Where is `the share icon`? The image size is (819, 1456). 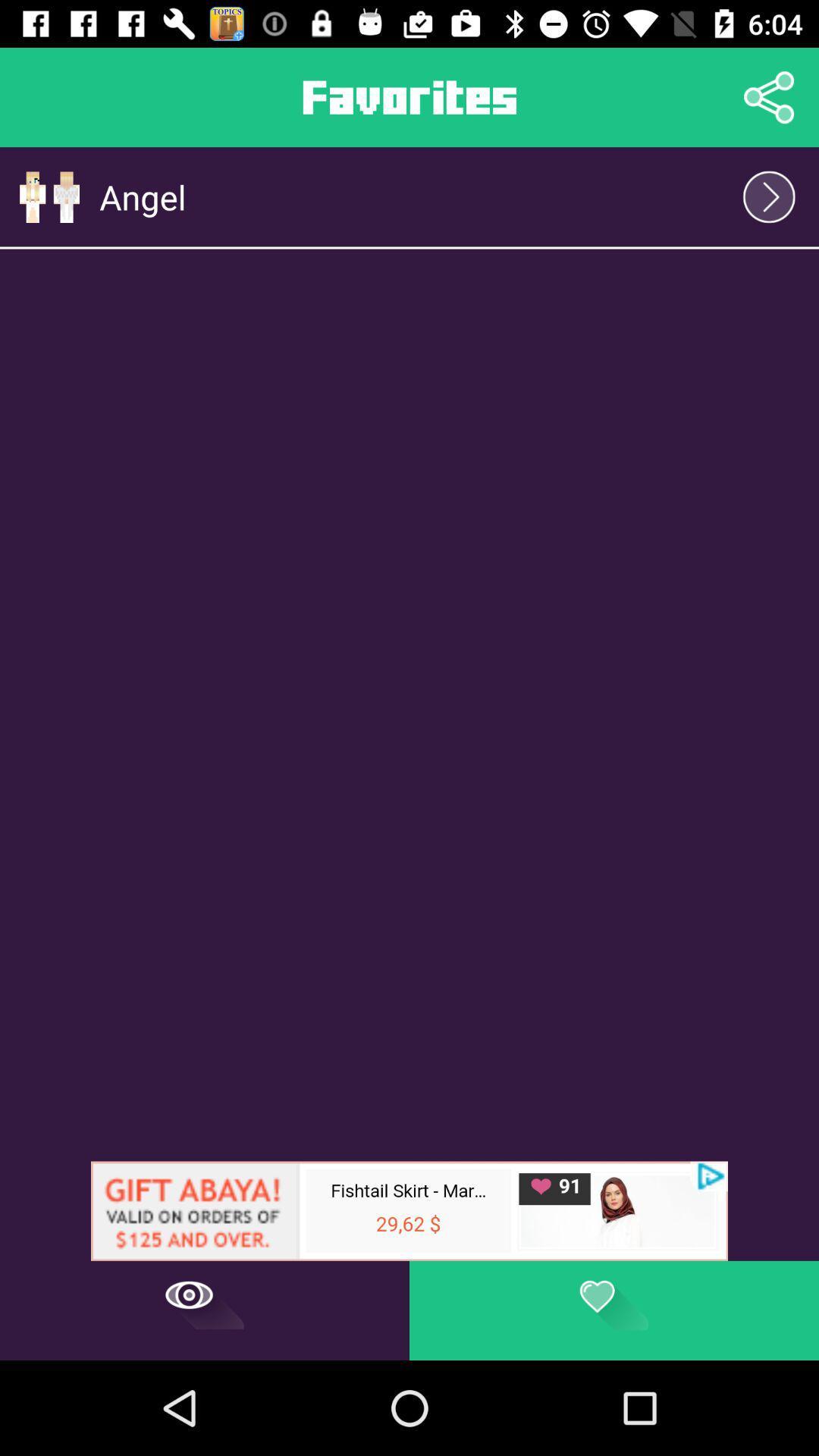 the share icon is located at coordinates (769, 96).